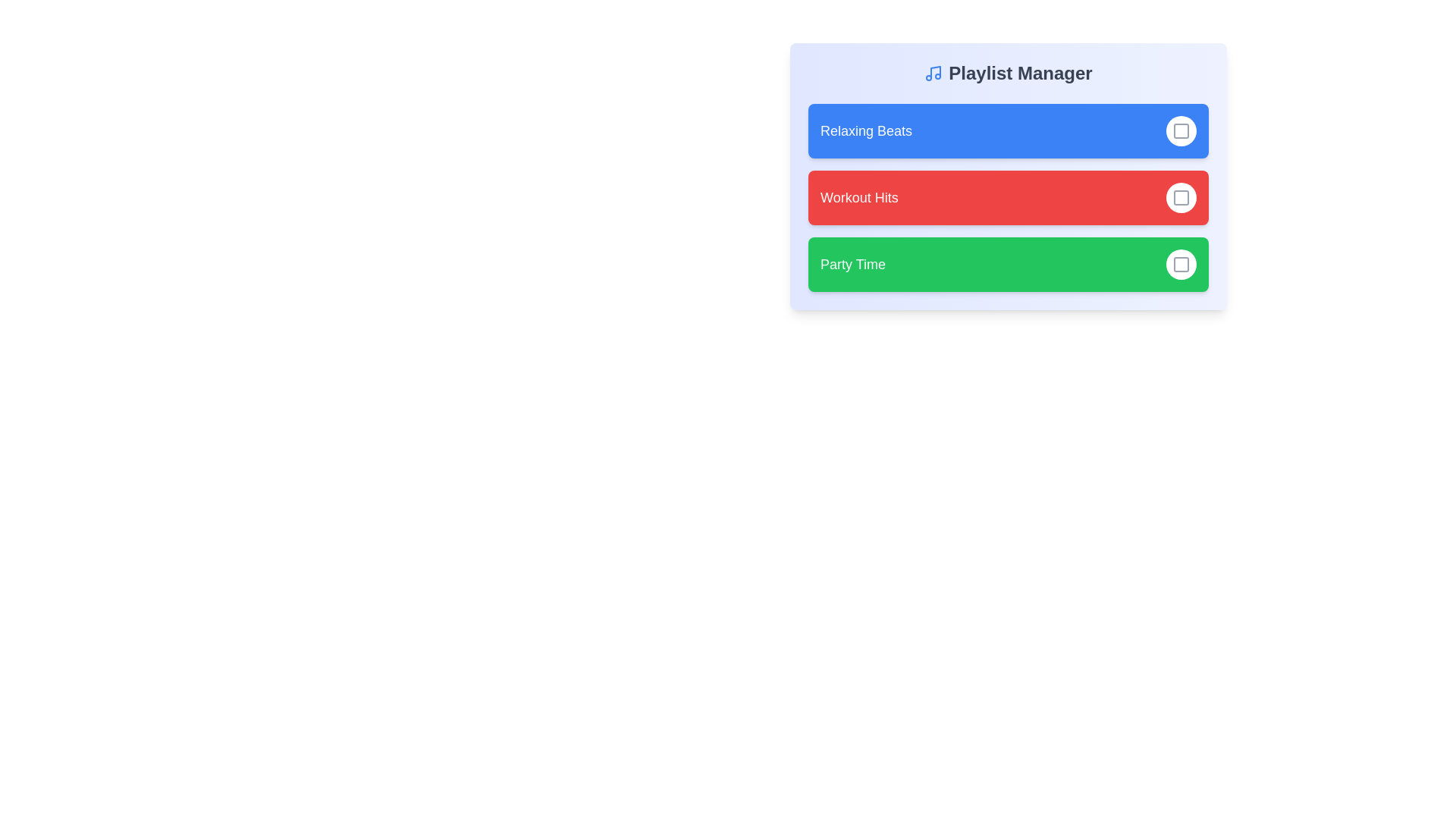  Describe the element at coordinates (1181, 197) in the screenshot. I see `the playlist Workout Hits` at that location.